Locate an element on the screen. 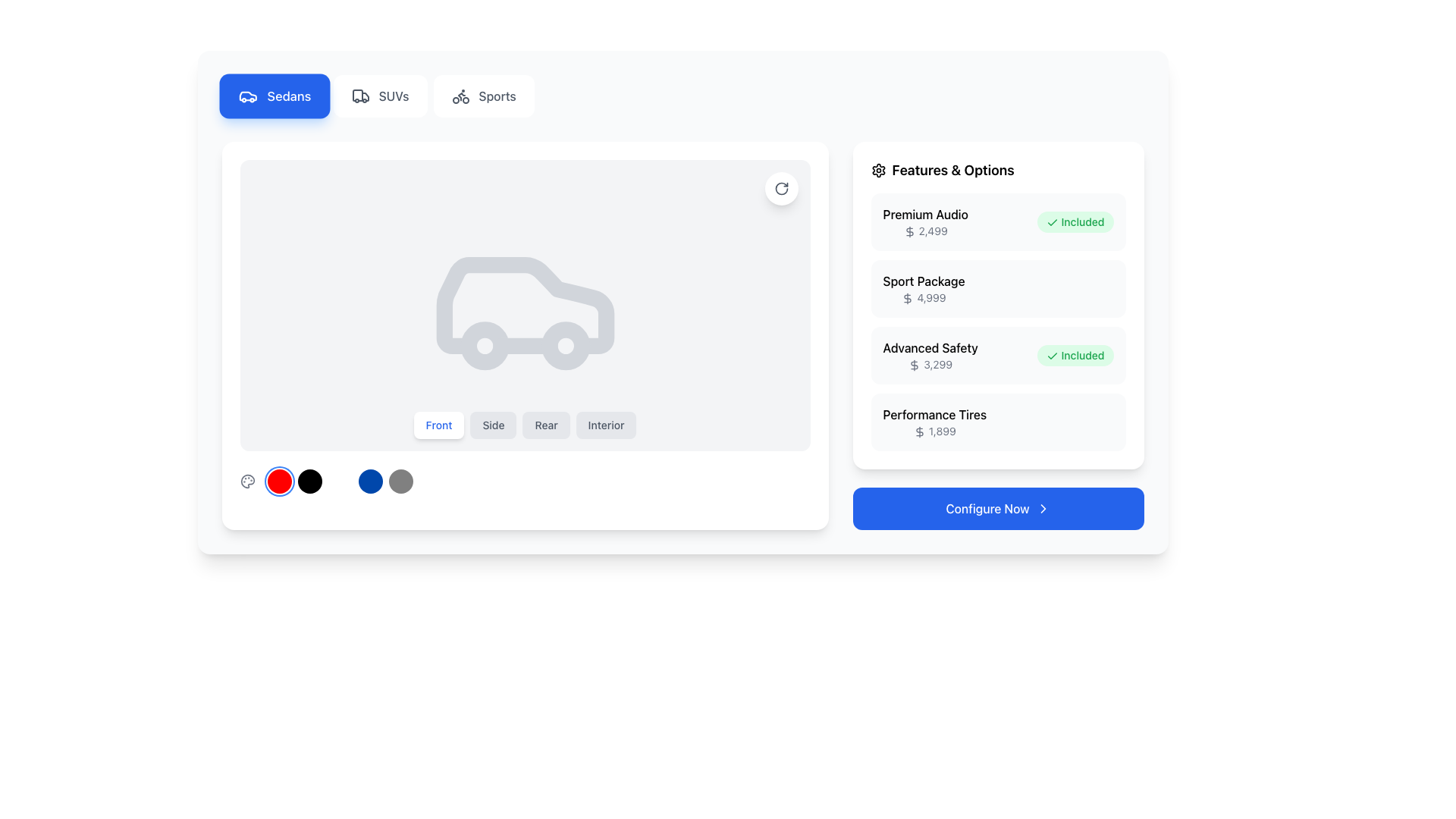 This screenshot has height=819, width=1456. the 'Side' button, which is the second button in a group of four is located at coordinates (494, 425).